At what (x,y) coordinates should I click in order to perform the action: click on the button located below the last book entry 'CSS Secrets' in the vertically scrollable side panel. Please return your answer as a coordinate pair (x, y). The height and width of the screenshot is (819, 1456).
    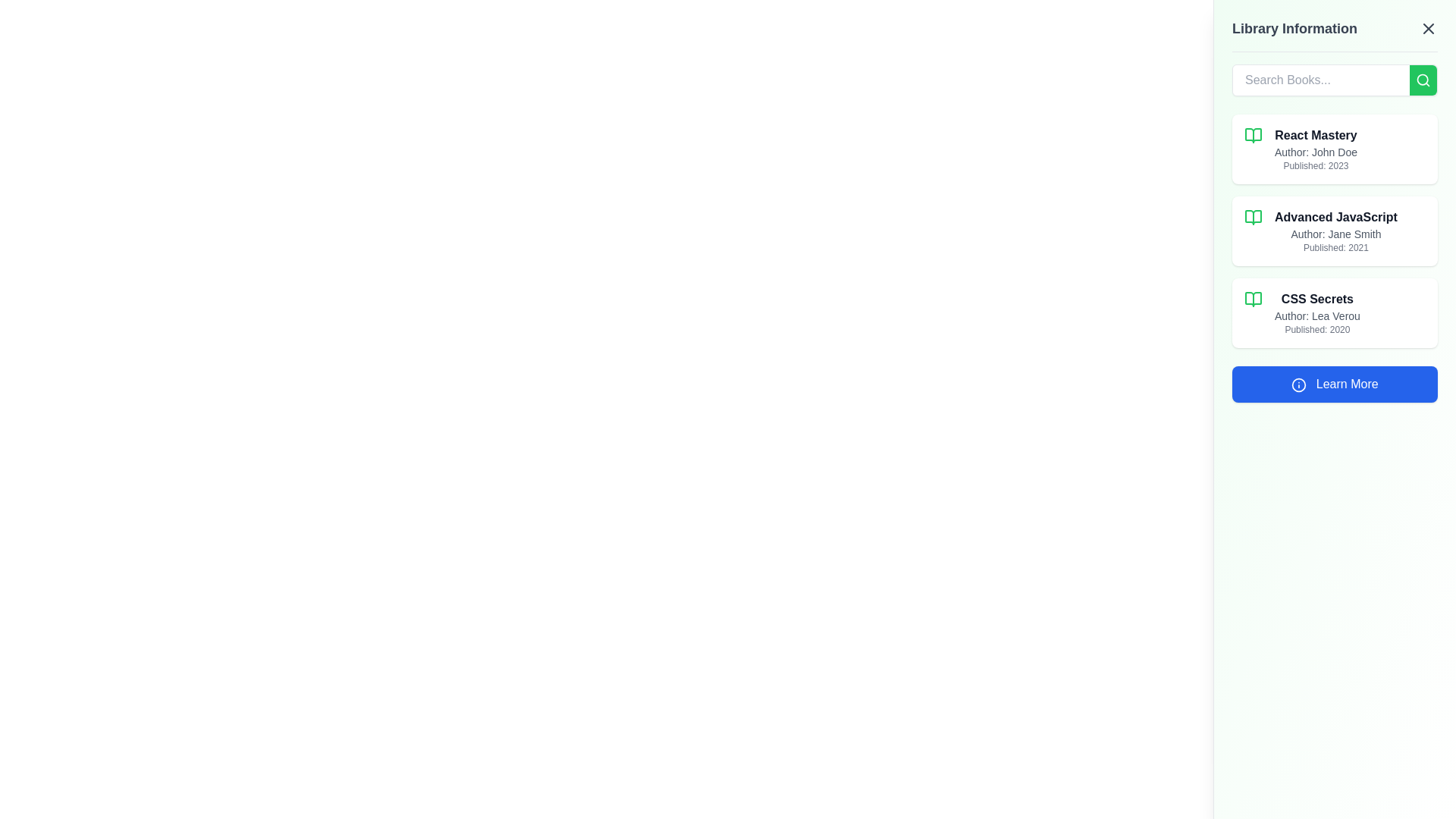
    Looking at the image, I should click on (1335, 383).